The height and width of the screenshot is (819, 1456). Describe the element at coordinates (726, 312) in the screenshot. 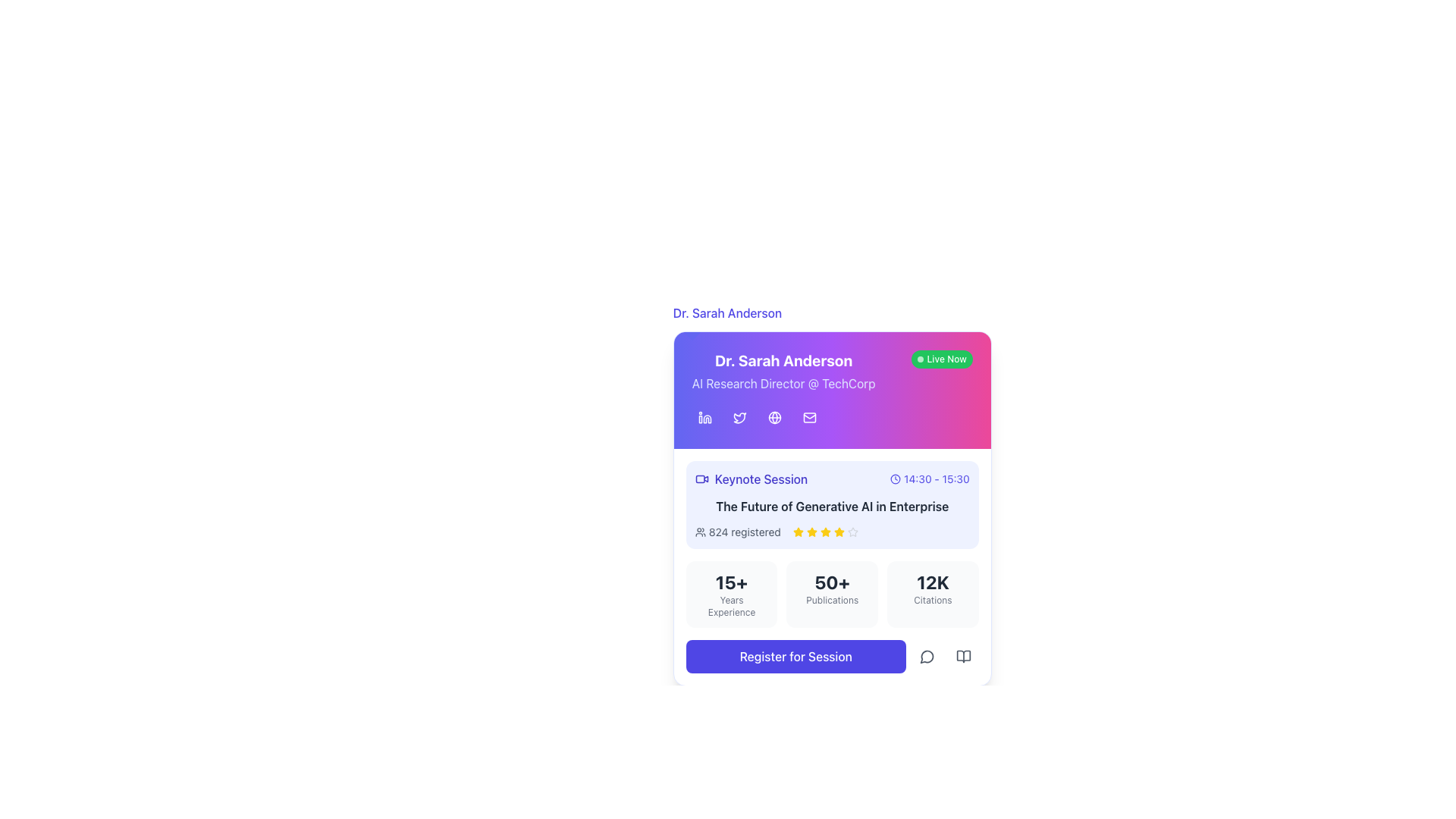

I see `the text label displaying 'Dr. Sarah Anderson' styled in blue, centrally aligned above the colored information card` at that location.